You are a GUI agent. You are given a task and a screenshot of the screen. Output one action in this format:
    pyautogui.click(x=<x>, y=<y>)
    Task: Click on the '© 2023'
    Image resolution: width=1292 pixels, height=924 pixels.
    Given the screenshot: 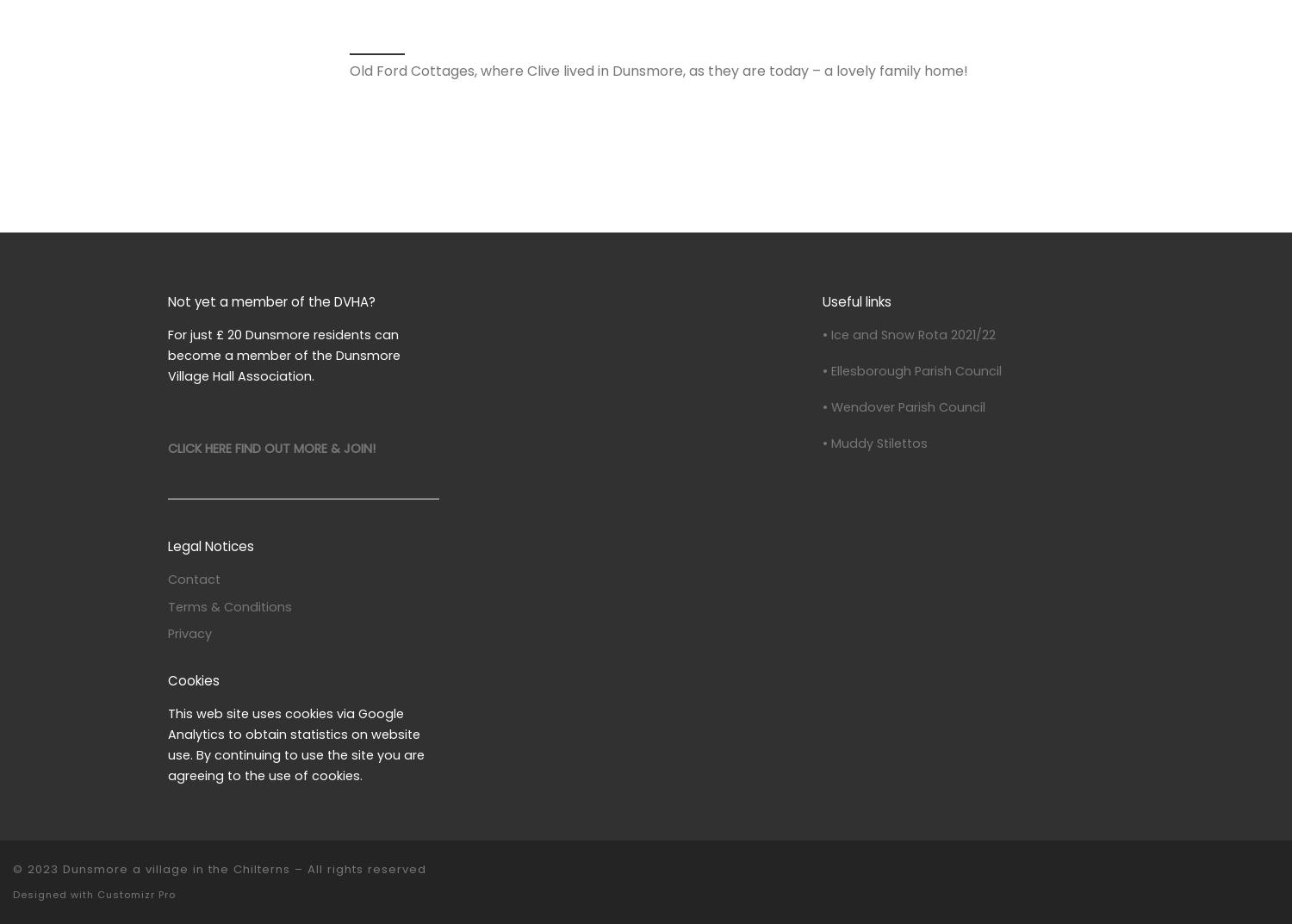 What is the action you would take?
    pyautogui.click(x=35, y=868)
    